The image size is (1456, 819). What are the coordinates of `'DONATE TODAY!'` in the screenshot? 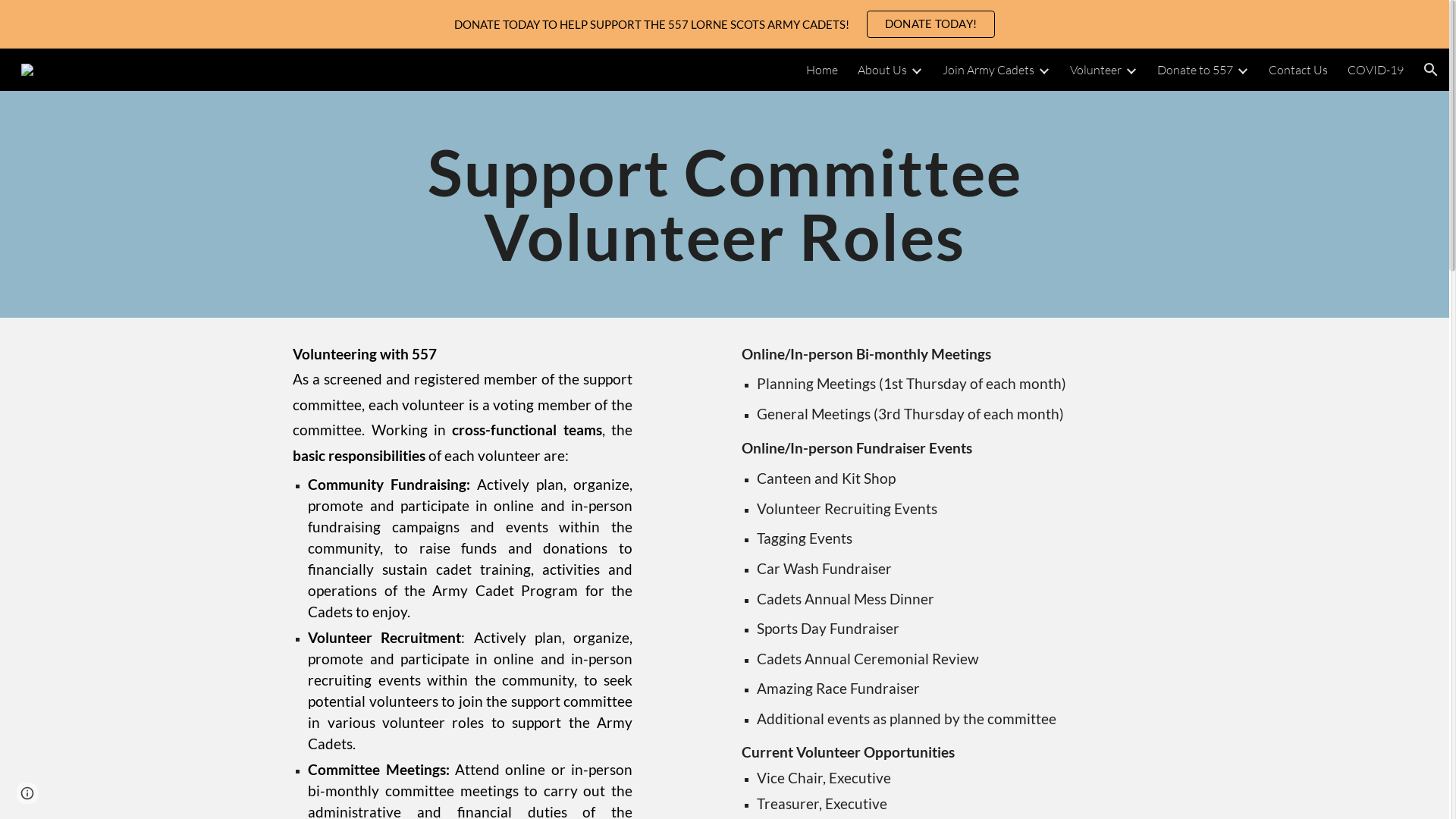 It's located at (930, 24).